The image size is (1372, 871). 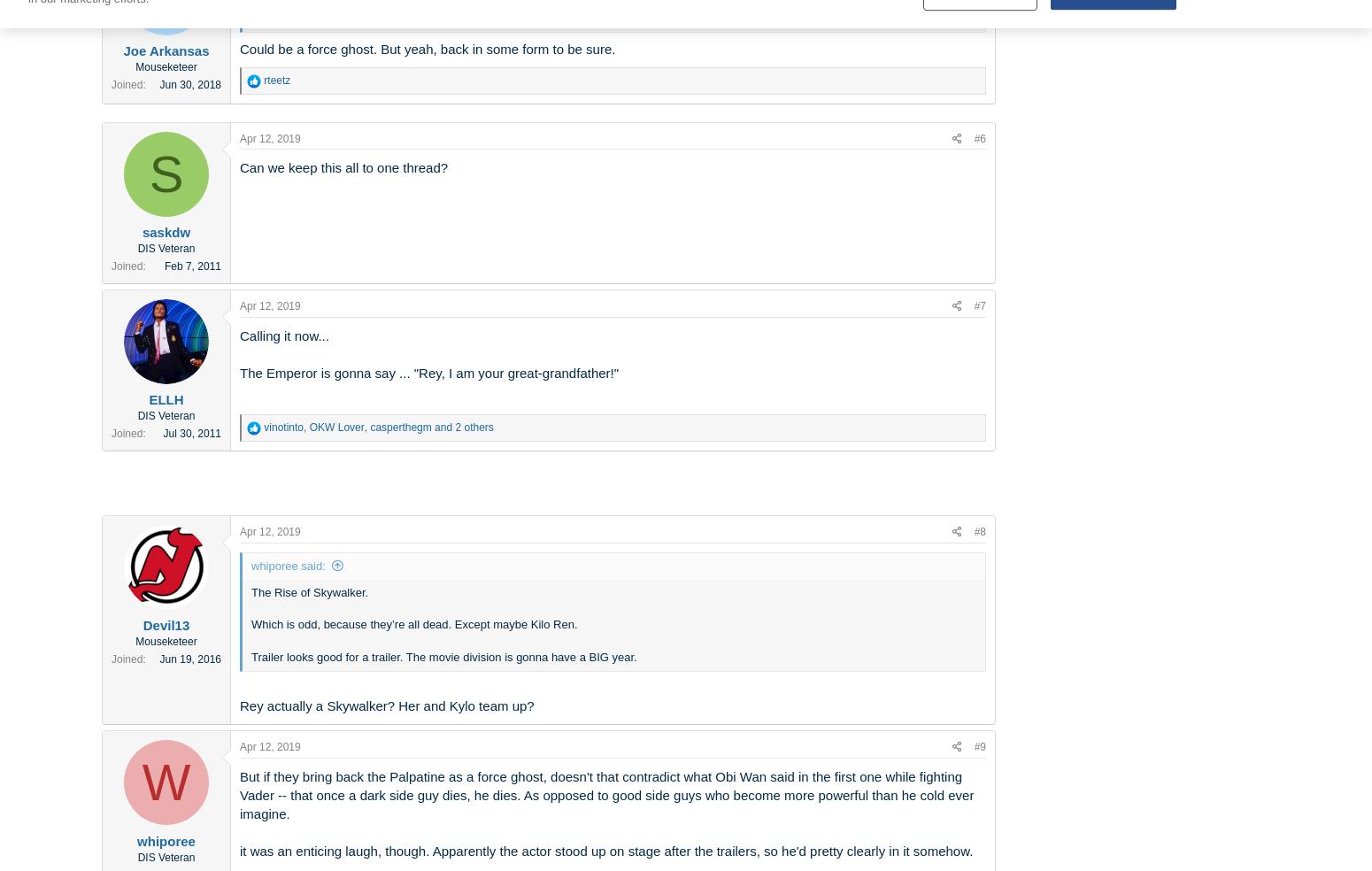 I want to click on 'whiporee', so click(x=165, y=840).